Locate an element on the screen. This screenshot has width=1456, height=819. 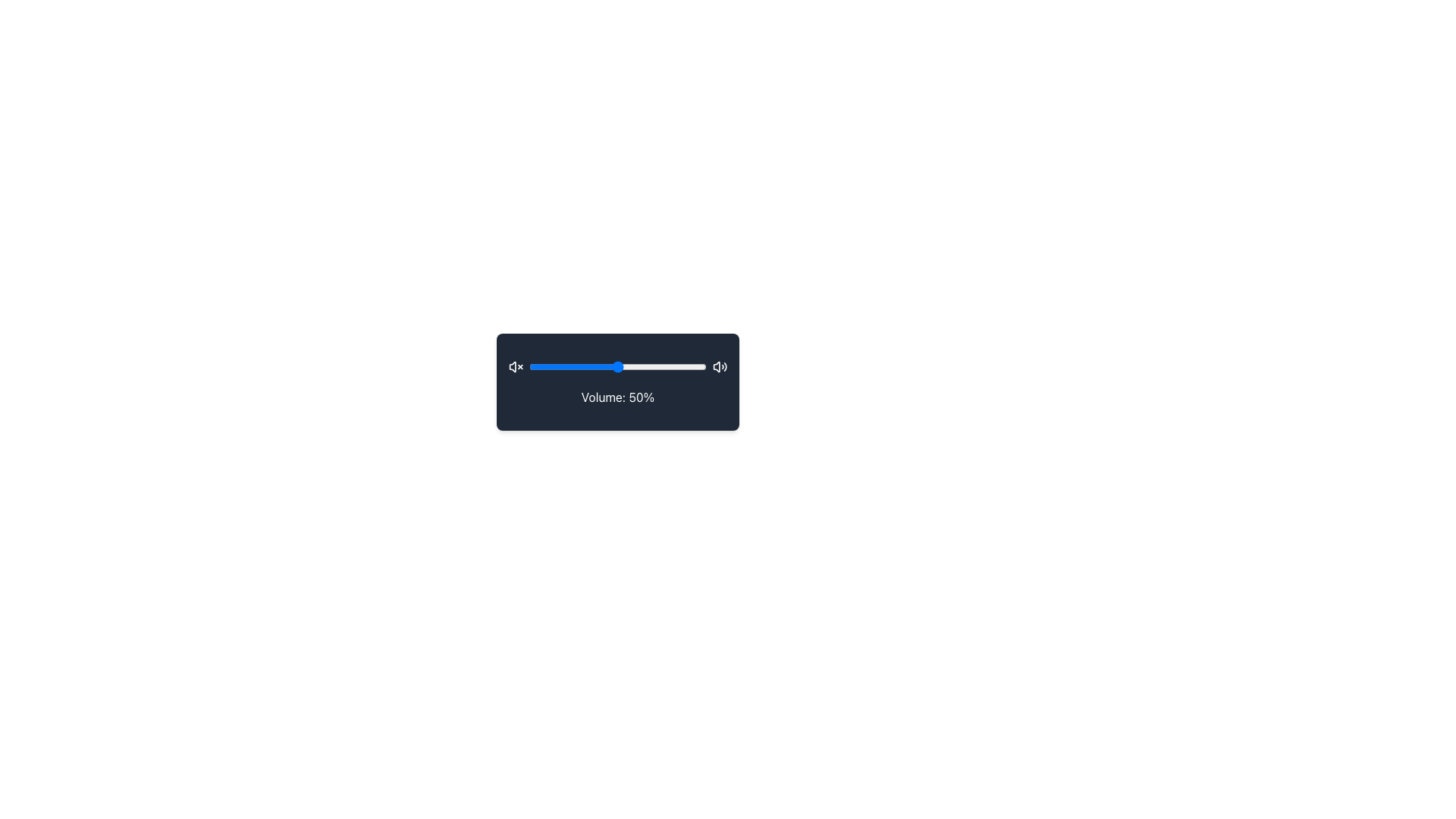
the volume is located at coordinates (651, 366).